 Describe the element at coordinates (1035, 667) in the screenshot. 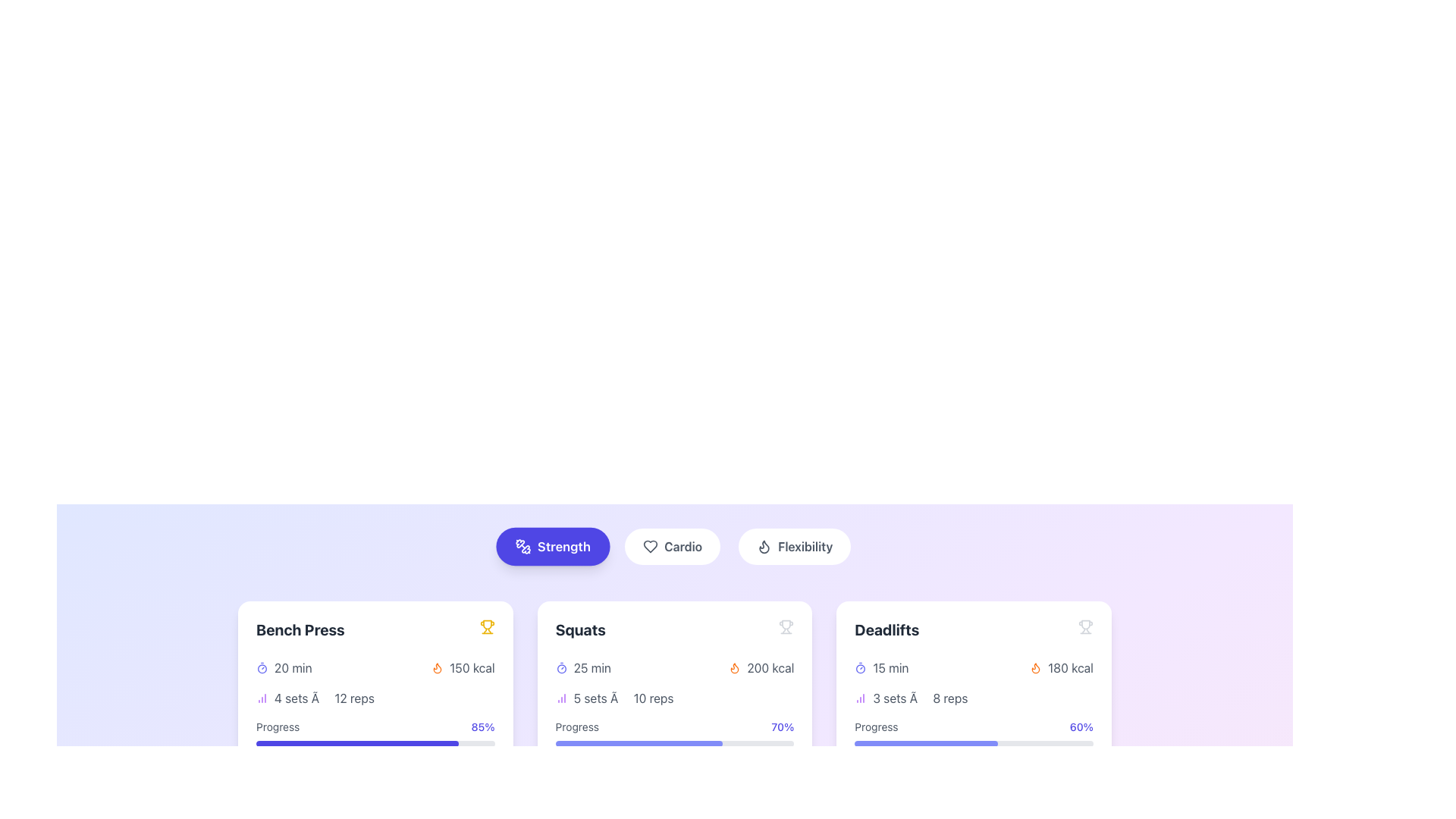

I see `the calorie icon associated with the 'Deadlifts' activity in the third card from the left, positioned below the '180 kcal' text` at that location.